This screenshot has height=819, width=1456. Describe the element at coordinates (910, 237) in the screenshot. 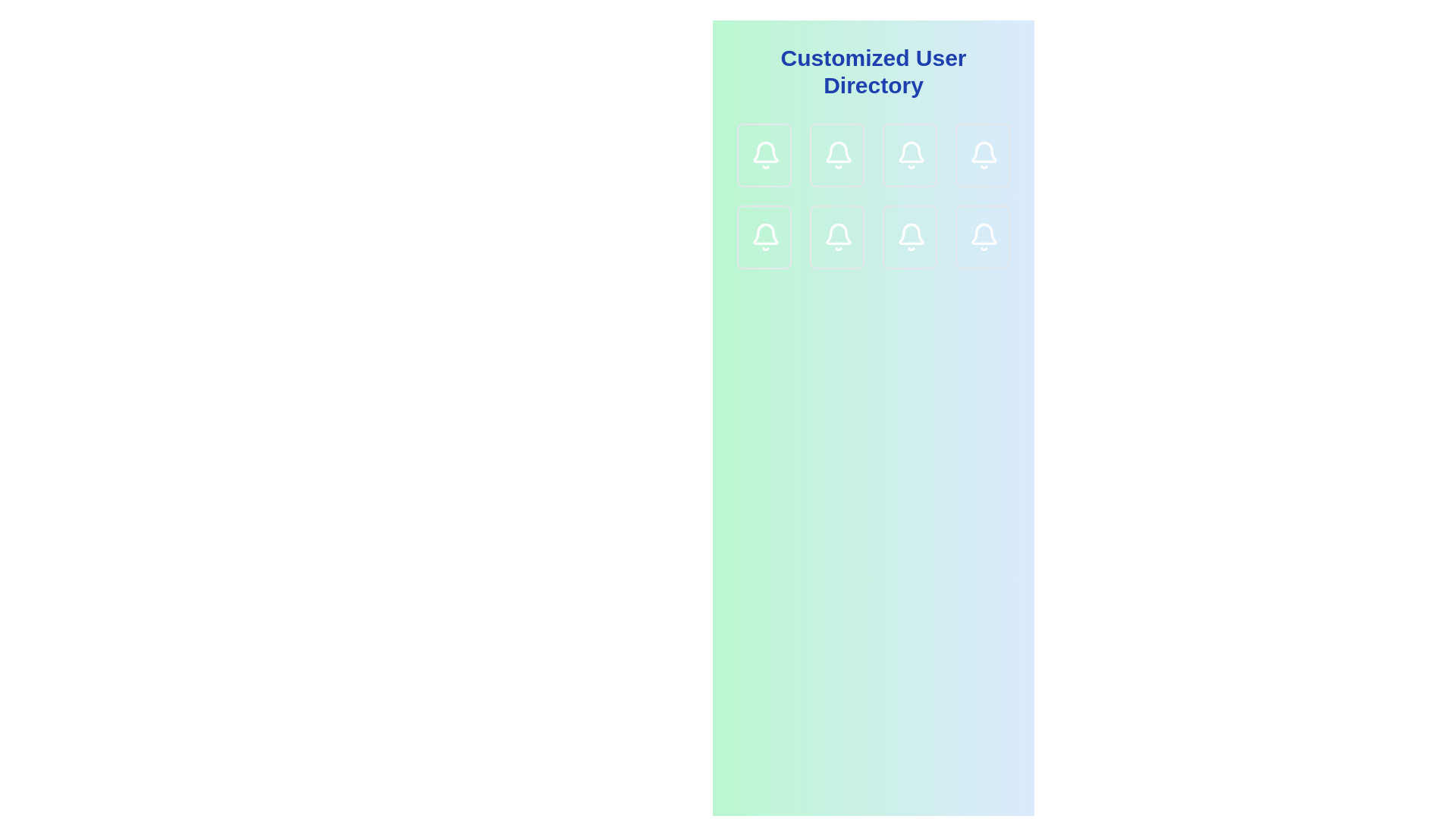

I see `the second bell-shaped icon` at that location.